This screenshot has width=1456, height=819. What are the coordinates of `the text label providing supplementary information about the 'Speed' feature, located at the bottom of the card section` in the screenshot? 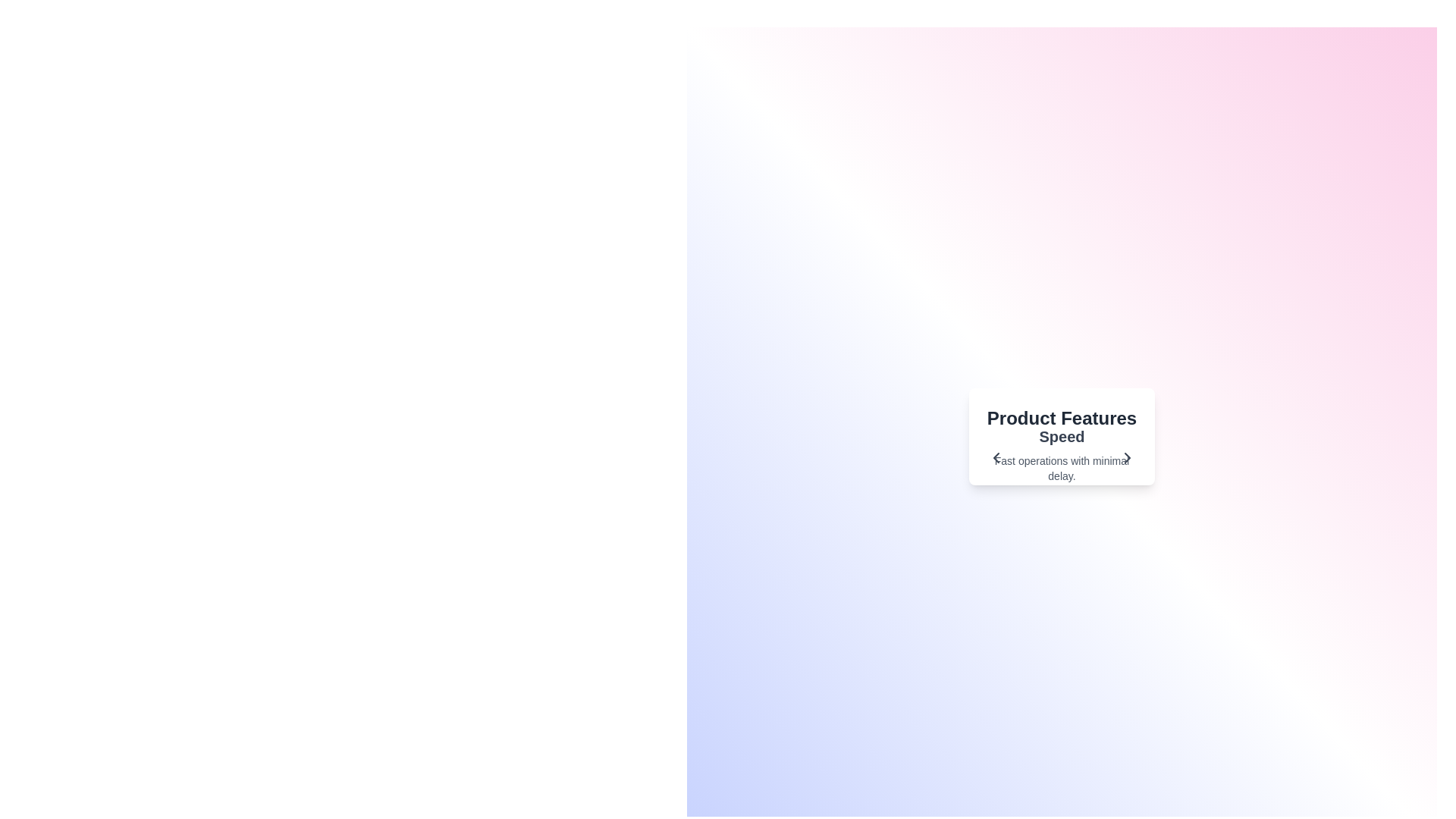 It's located at (1061, 467).